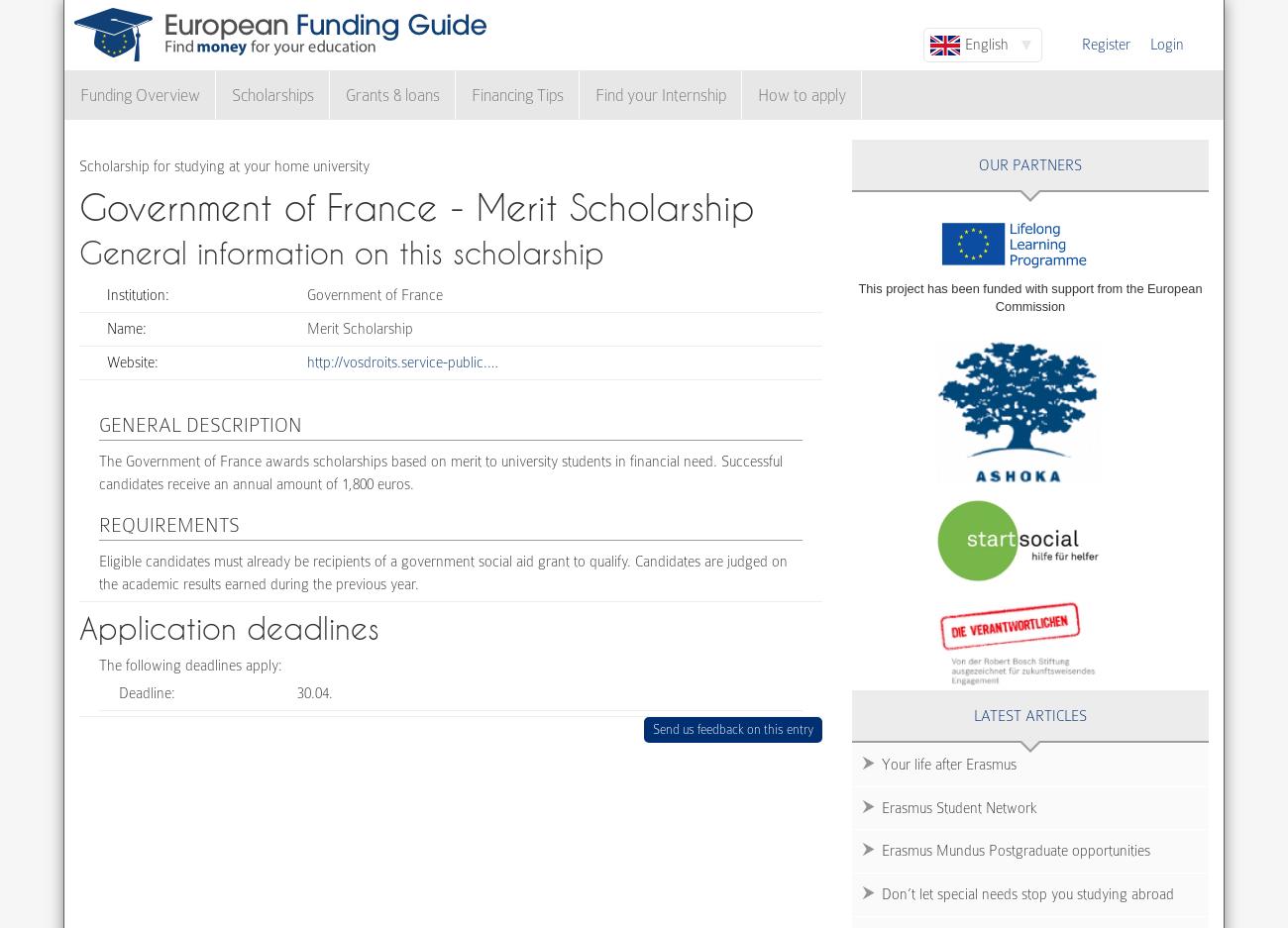  What do you see at coordinates (973, 713) in the screenshot?
I see `'Latest articles'` at bounding box center [973, 713].